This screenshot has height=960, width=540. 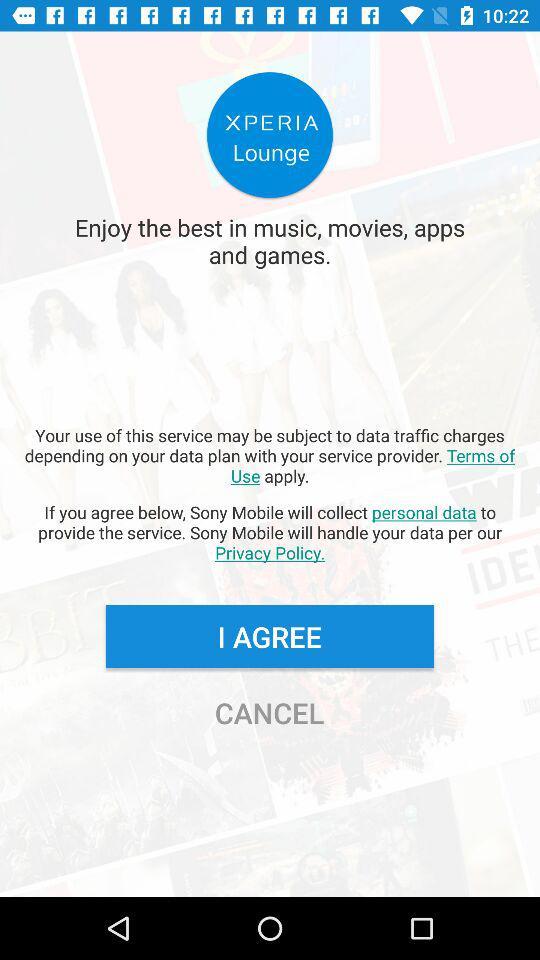 I want to click on the cancel, so click(x=269, y=712).